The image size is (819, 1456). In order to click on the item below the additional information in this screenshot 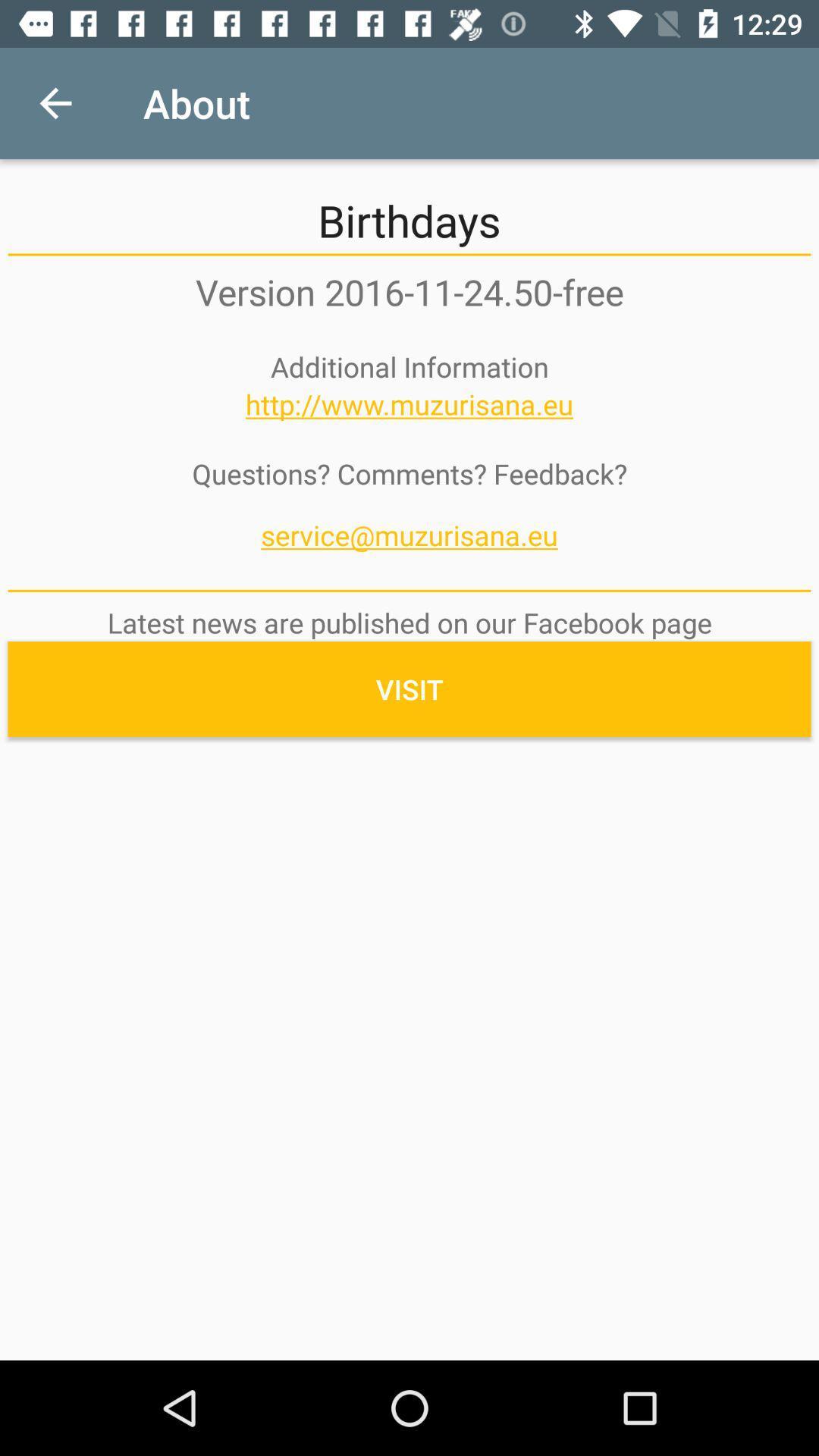, I will do `click(409, 404)`.